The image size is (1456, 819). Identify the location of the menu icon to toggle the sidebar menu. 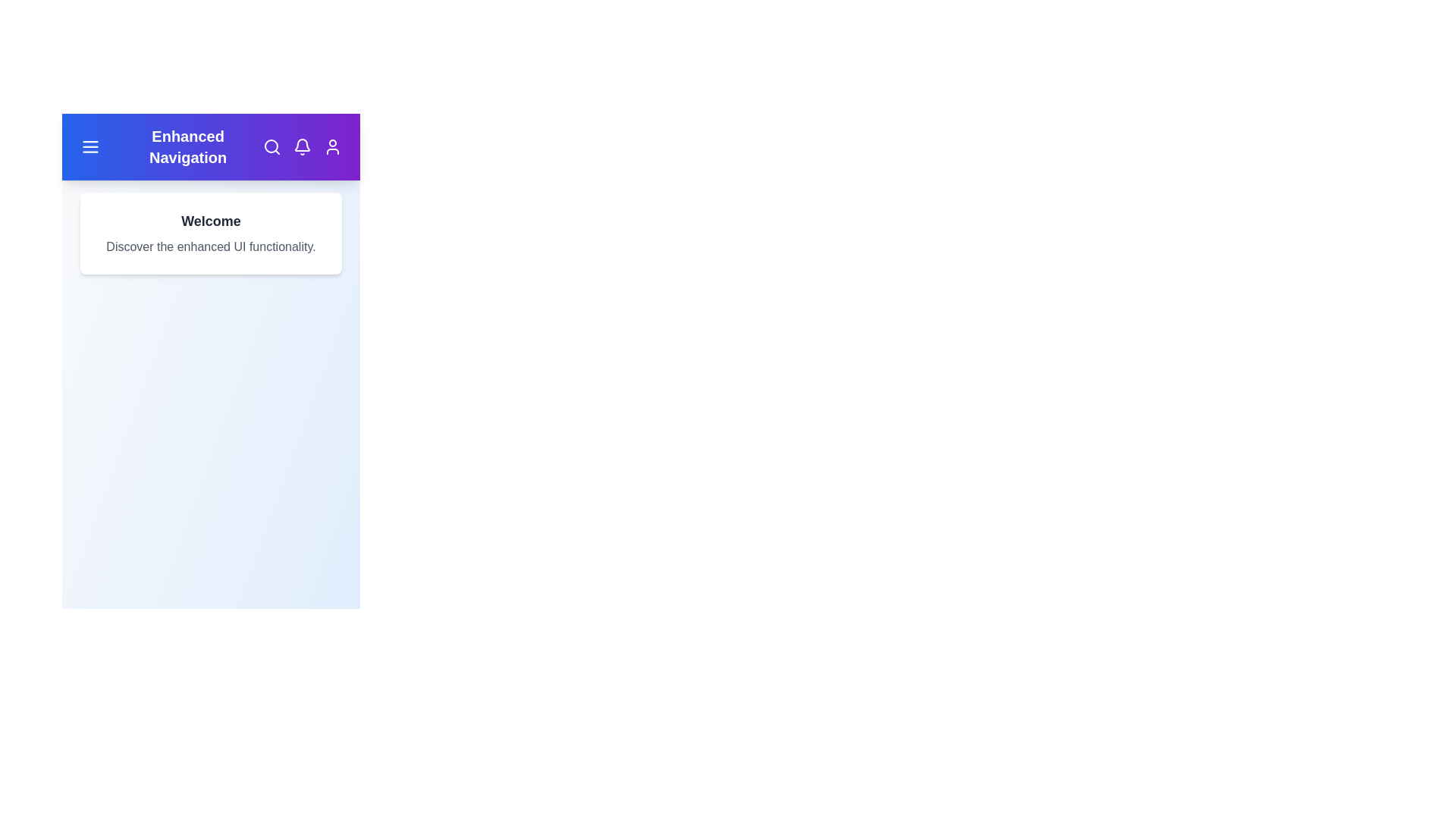
(89, 146).